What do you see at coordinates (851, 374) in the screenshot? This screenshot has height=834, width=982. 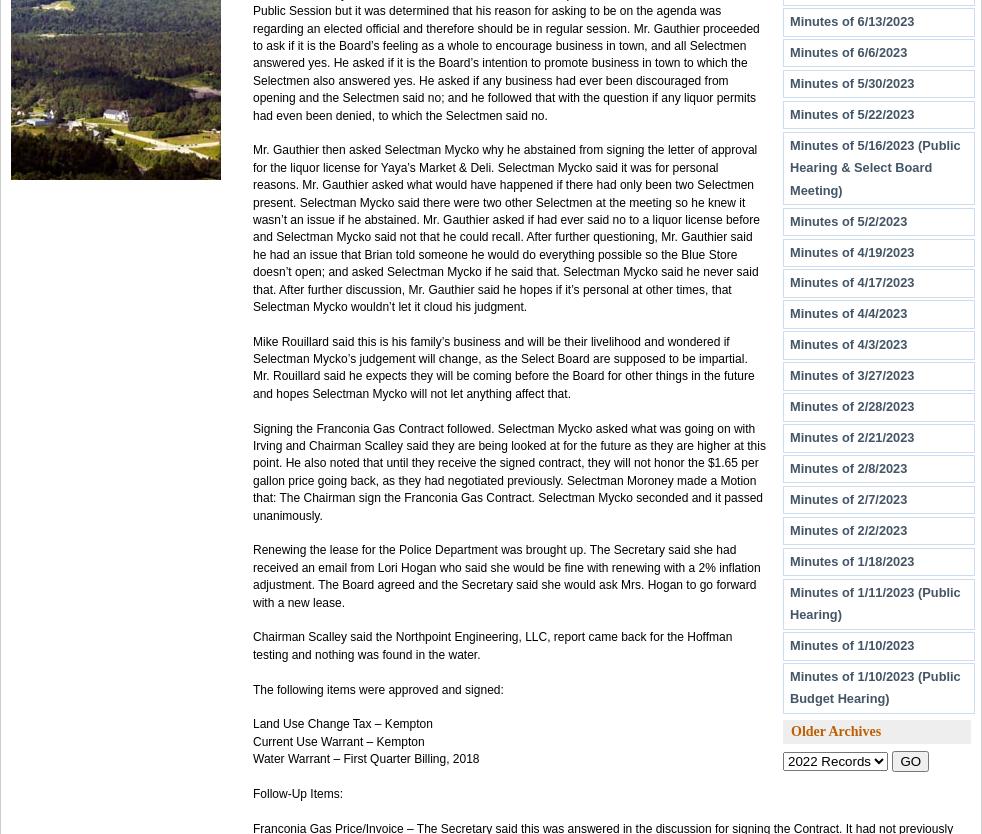 I see `'Minutes of 3/27/2023'` at bounding box center [851, 374].